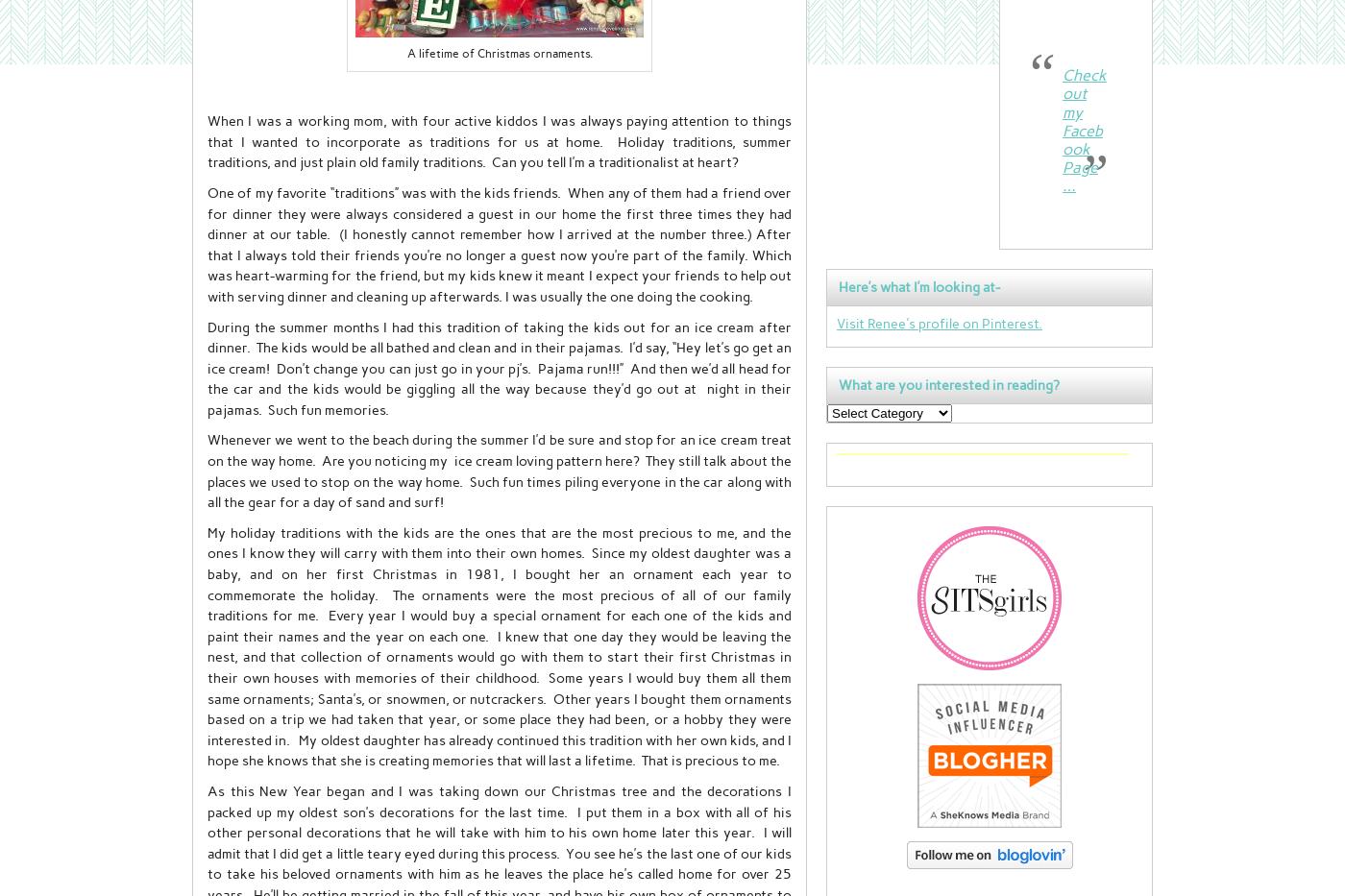 This screenshot has height=896, width=1345. Describe the element at coordinates (499, 634) in the screenshot. I see `'My holiday traditions with the kids are the ones that are the most precious to me, and the ones I know they will carry with them into their own homes.  Since my oldest daughter was a baby, and on her first Christmas in 1981, I bought her an ornament each year to commemorate the holiday.  The ornaments were the most precious of all of our family traditions for me.  Every year I would buy a special ornament for each one of the kids and paint their names and the year on each one.  I knew that one day they would be leaving the nest, and that collection of ornaments would go with them to start their first Christmas in their own houses with memories of their childhood.  Some years I would buy them all them same ornaments; Santa’s, or snowmen, or nutcrackers.  Other years I bought them ornaments based on a trip we had taken that year, or some place they had been, or a hobby they were interested in.'` at that location.